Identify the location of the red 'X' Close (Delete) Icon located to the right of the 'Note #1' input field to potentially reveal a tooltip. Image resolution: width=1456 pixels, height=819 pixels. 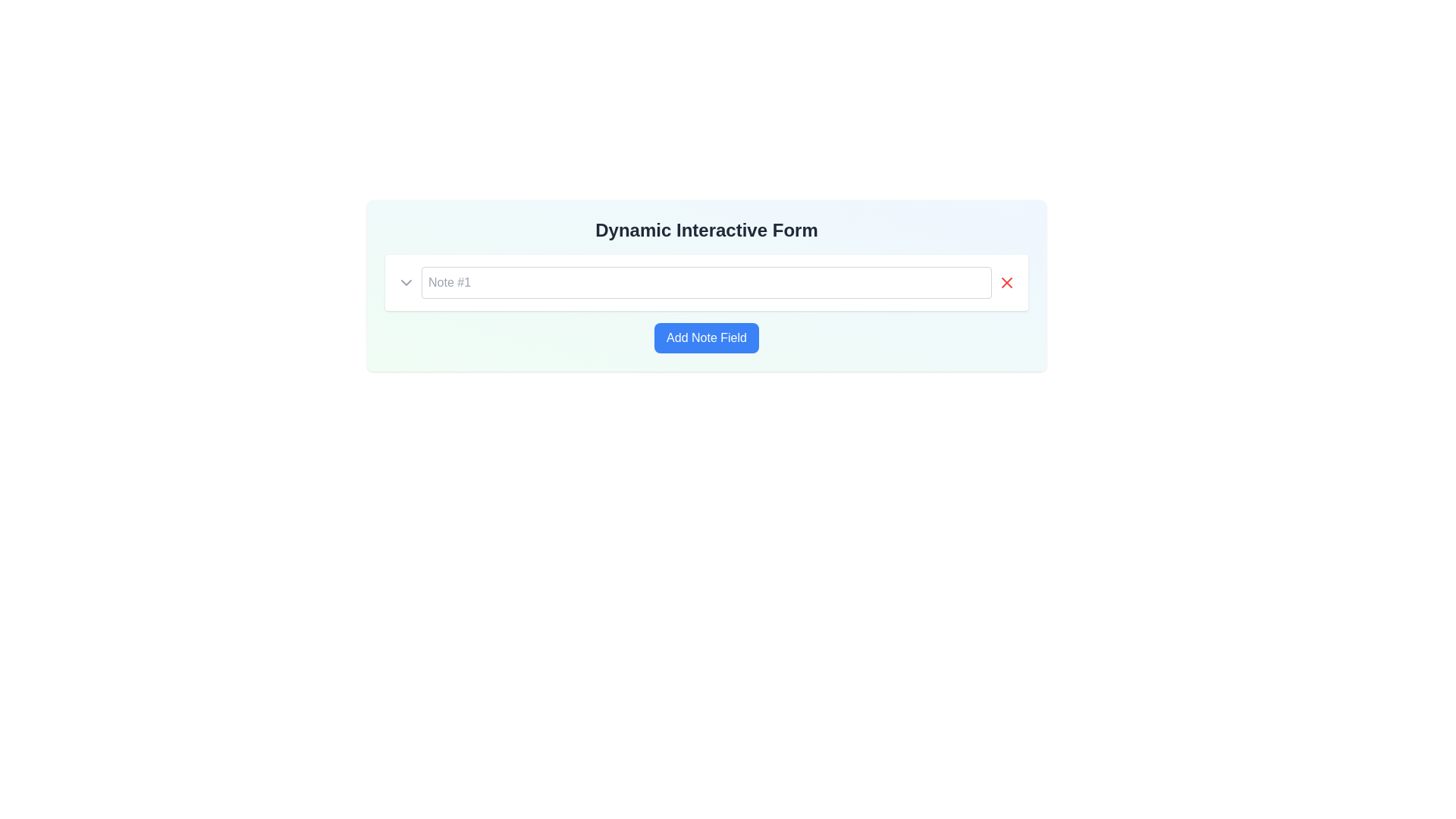
(1007, 283).